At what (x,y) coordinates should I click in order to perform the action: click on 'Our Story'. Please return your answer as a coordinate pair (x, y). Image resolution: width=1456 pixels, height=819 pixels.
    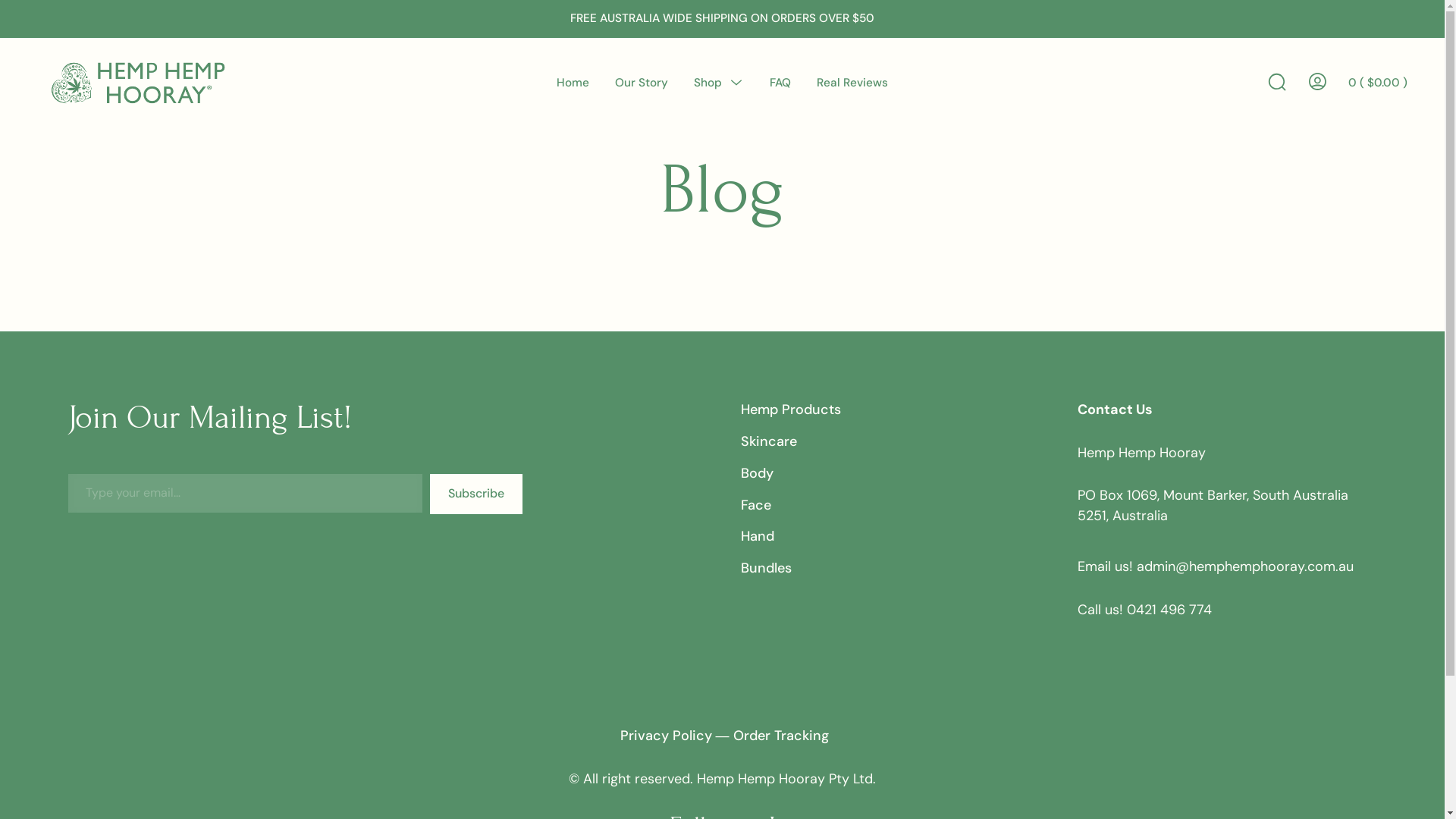
    Looking at the image, I should click on (641, 82).